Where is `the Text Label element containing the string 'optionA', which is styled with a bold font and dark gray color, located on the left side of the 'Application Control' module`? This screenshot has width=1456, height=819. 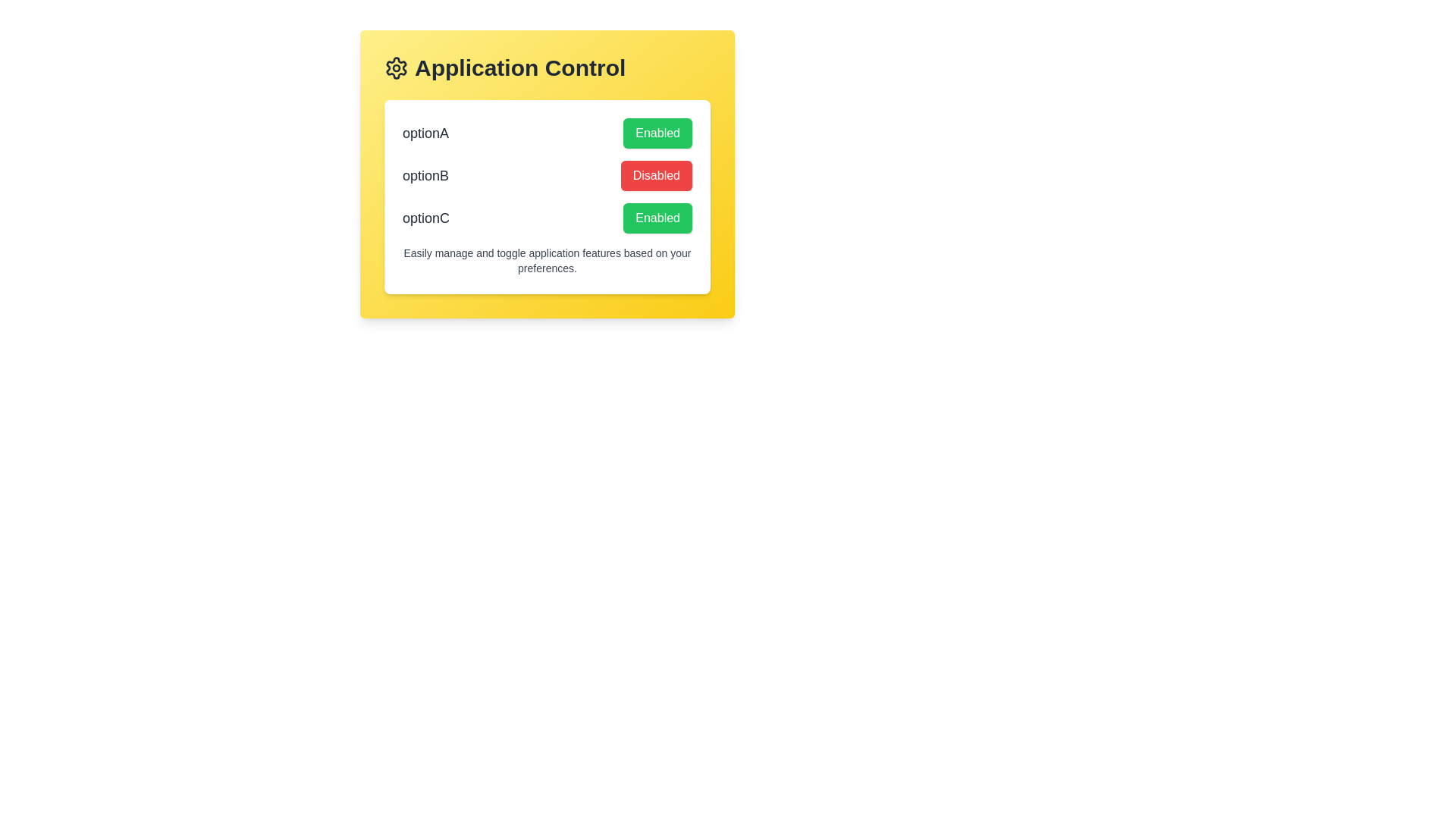
the Text Label element containing the string 'optionA', which is styled with a bold font and dark gray color, located on the left side of the 'Application Control' module is located at coordinates (425, 133).